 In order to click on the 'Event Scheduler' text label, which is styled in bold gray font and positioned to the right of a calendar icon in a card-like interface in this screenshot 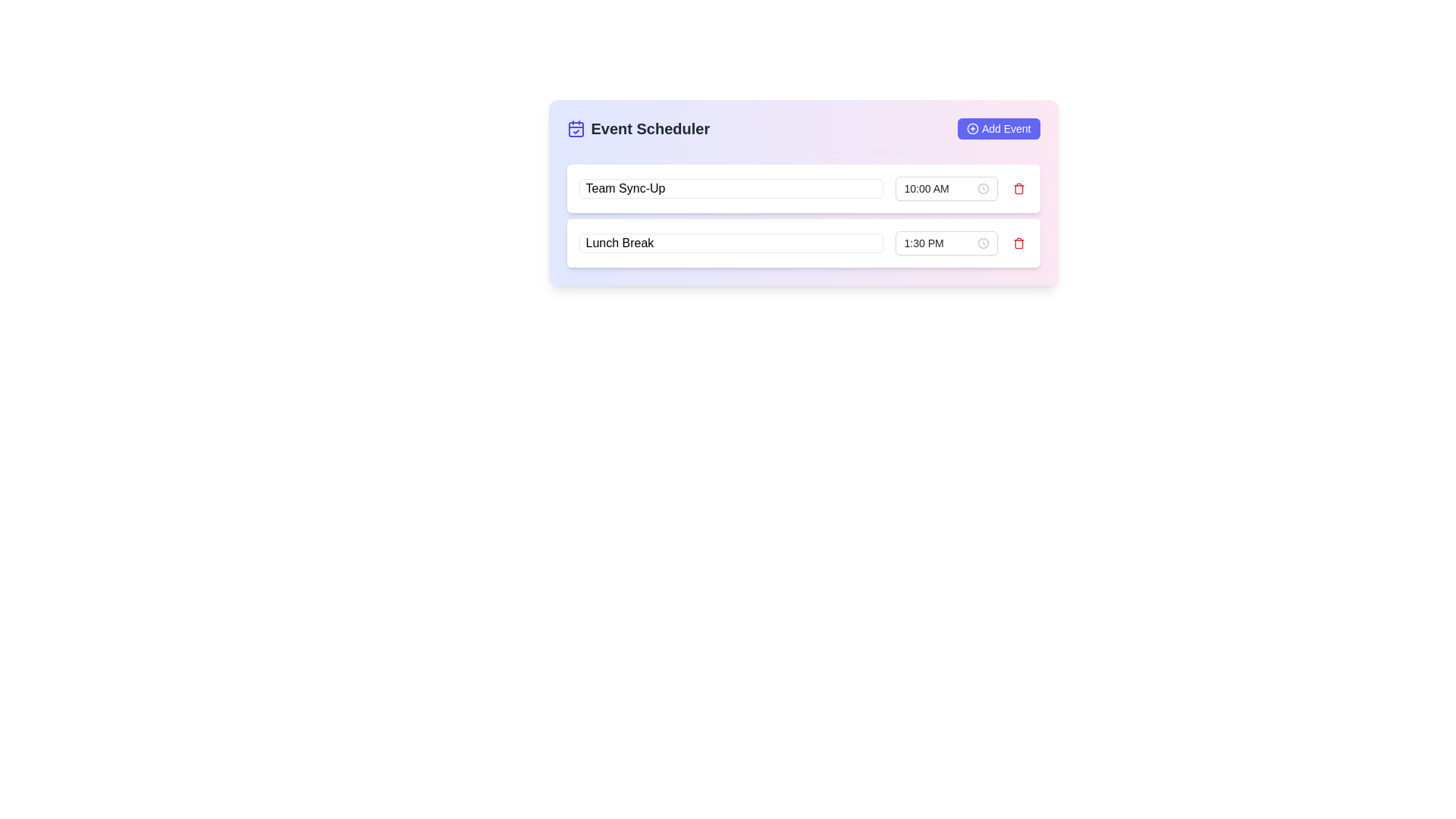, I will do `click(650, 127)`.